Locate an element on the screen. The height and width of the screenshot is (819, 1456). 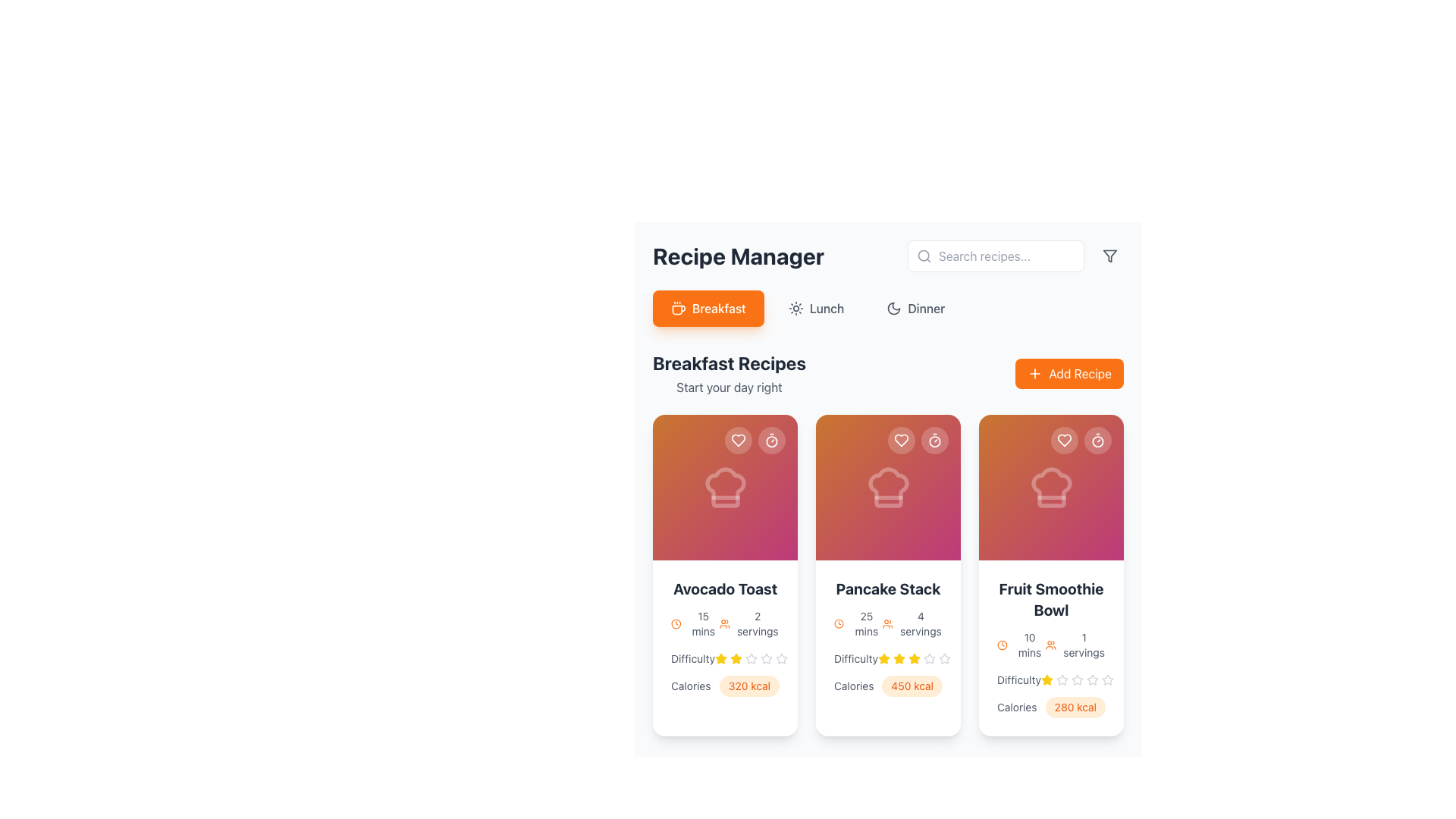
the 'Dinner' tab in the tab navigation component located below the 'Recipe Manager' header to filter by dinner recipes is located at coordinates (888, 308).